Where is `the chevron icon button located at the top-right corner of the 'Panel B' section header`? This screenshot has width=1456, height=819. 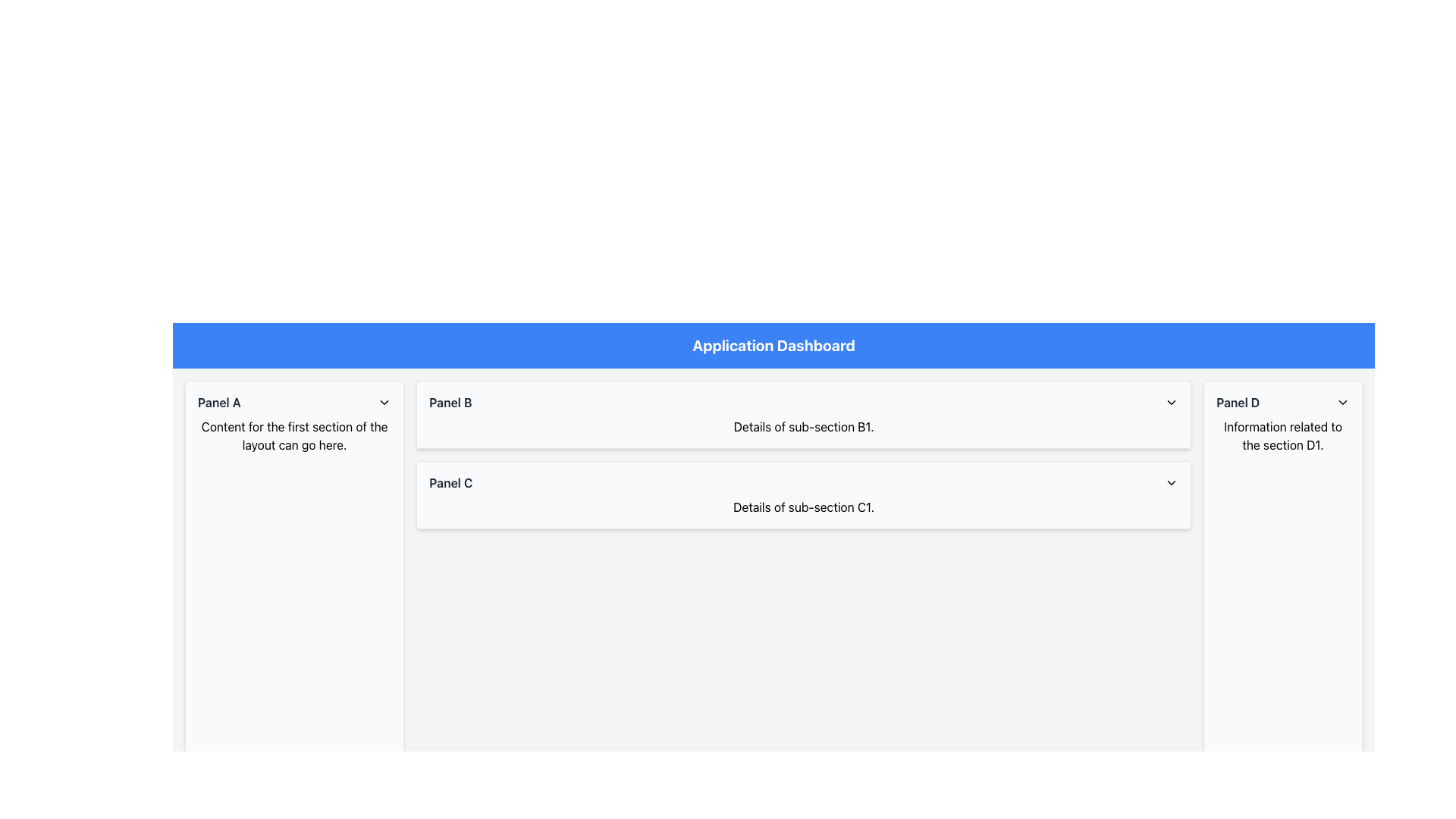 the chevron icon button located at the top-right corner of the 'Panel B' section header is located at coordinates (1171, 402).